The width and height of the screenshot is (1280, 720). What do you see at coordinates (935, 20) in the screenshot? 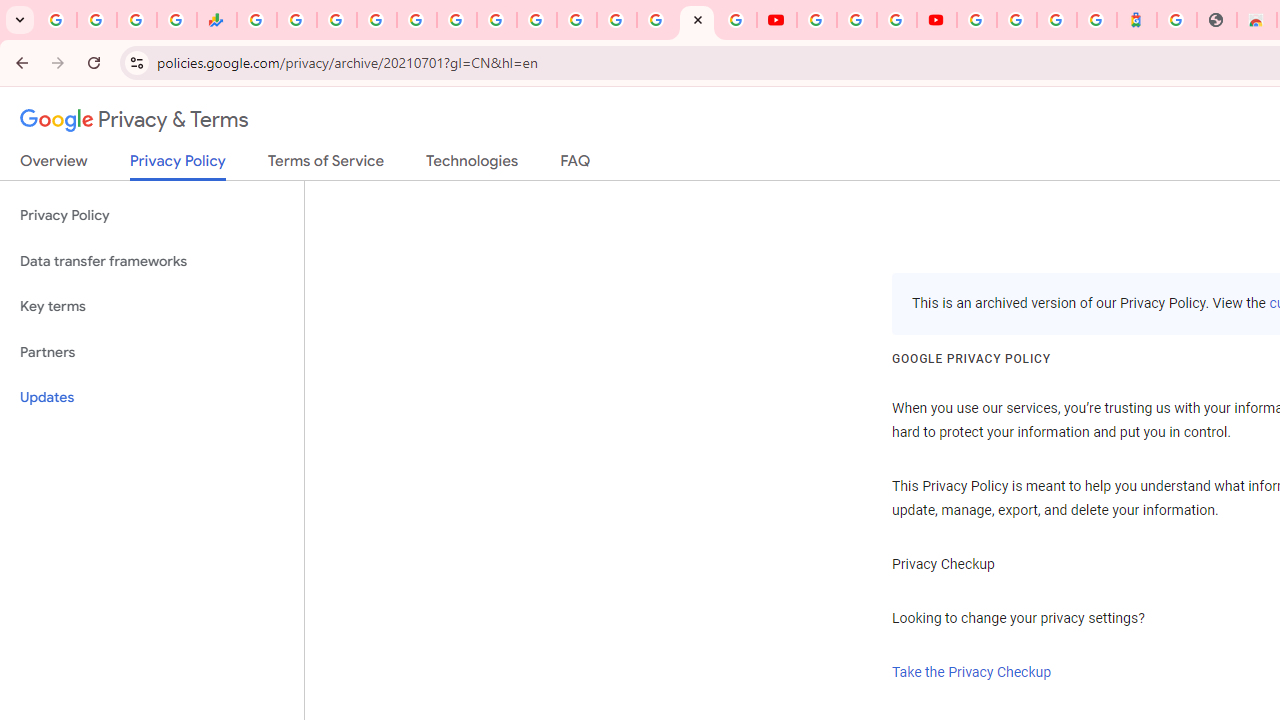
I see `'Content Creator Programs & Opportunities - YouTube Creators'` at bounding box center [935, 20].